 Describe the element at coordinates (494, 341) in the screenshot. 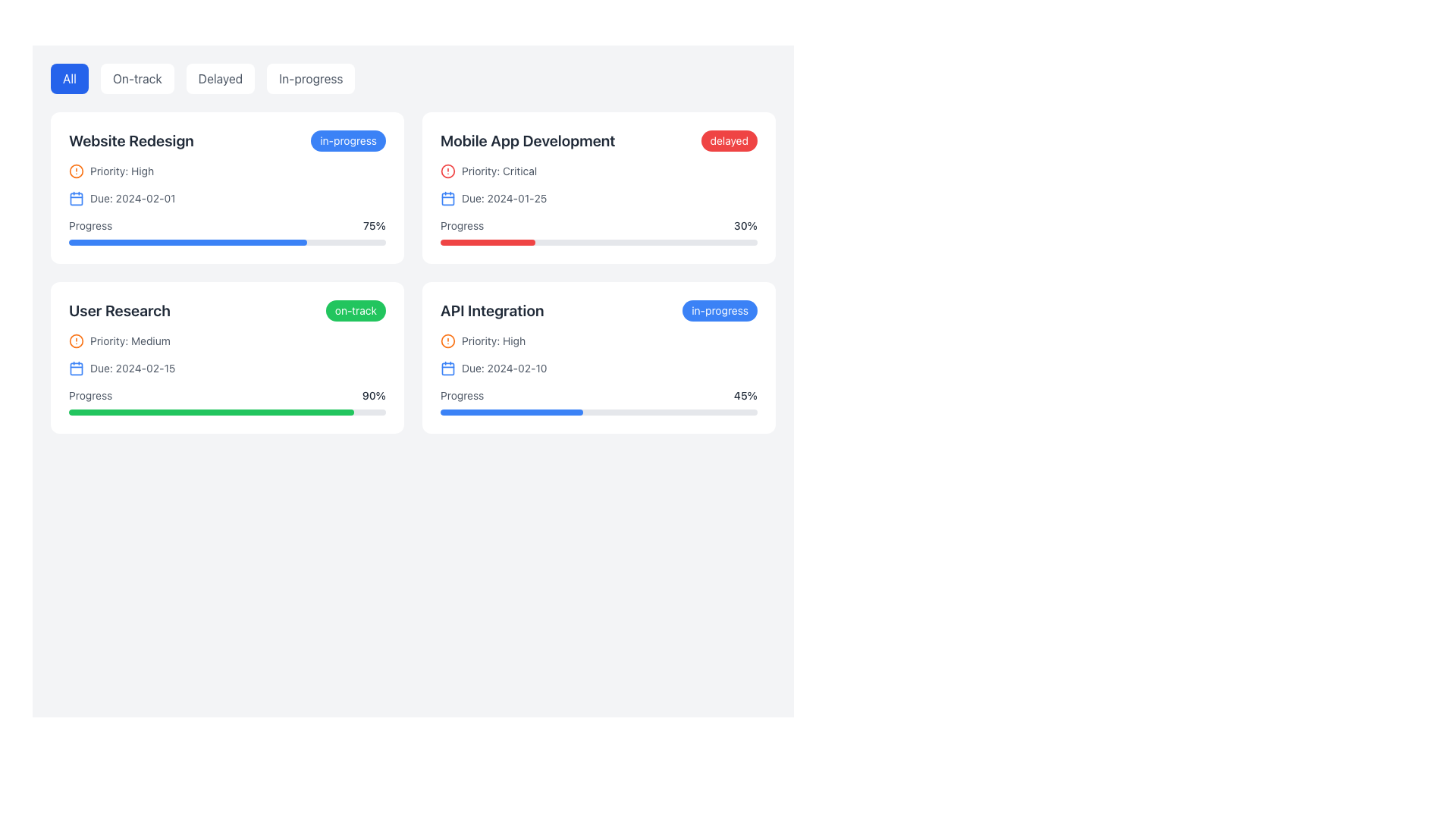

I see `the 'High' priority text label in the 'API Integration' card, which indicates urgency and is located in the bottom-right corner of the task grid, next to an orange circular alert icon` at that location.